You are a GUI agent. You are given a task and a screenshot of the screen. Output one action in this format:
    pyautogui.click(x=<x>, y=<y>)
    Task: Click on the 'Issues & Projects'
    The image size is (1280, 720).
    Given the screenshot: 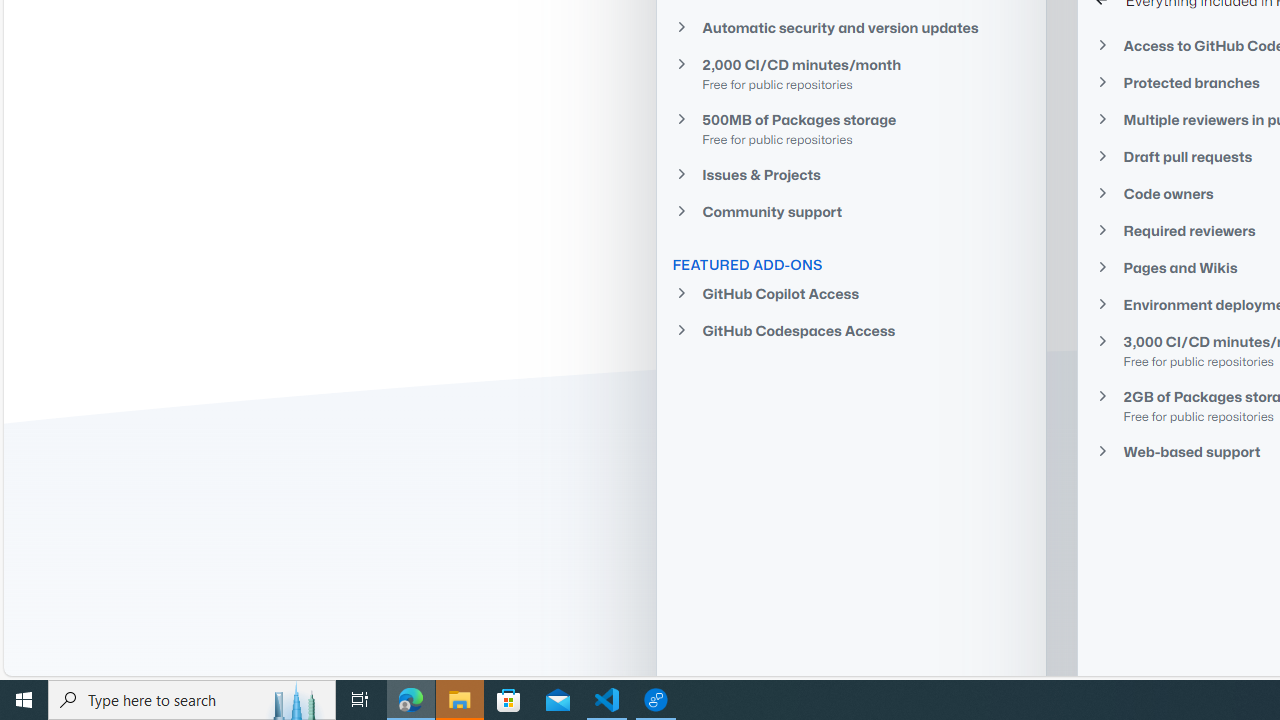 What is the action you would take?
    pyautogui.click(x=851, y=173)
    